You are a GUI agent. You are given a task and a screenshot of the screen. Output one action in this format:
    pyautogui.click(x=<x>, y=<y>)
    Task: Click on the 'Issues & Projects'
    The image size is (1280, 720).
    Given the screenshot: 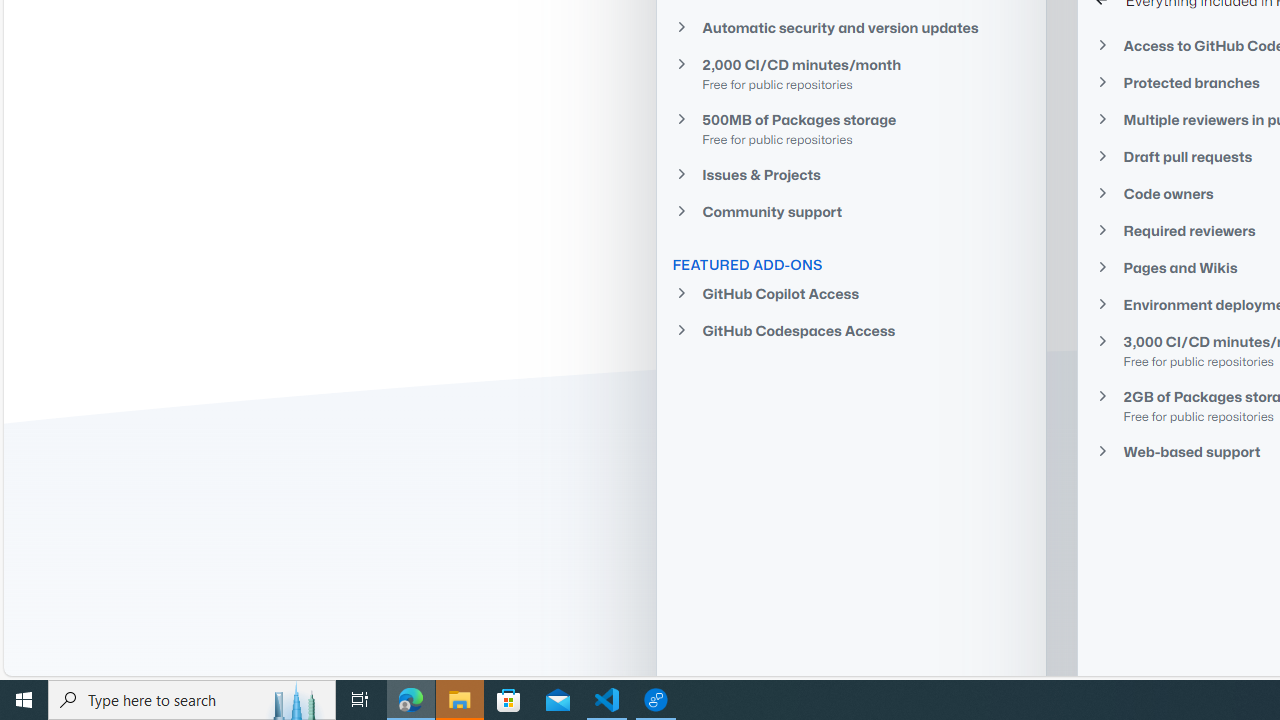 What is the action you would take?
    pyautogui.click(x=851, y=173)
    